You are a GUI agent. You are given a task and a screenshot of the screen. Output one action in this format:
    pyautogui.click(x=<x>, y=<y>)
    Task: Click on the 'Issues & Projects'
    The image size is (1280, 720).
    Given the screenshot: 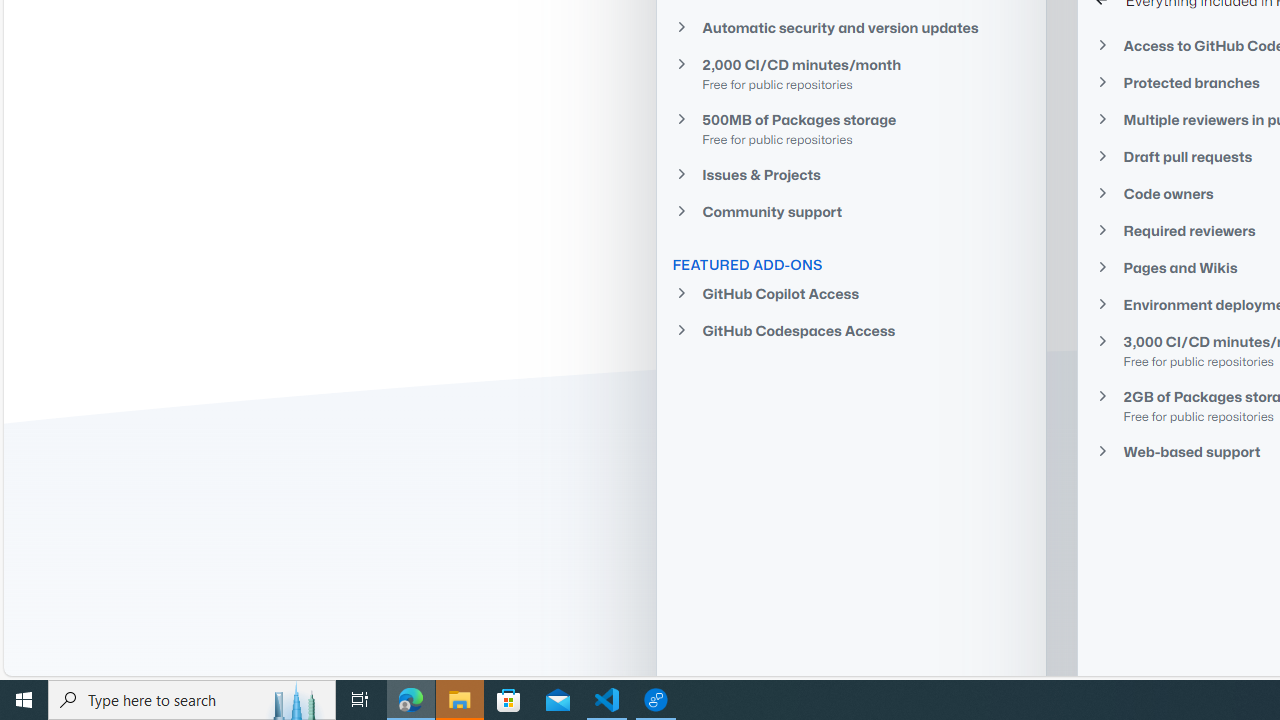 What is the action you would take?
    pyautogui.click(x=851, y=173)
    